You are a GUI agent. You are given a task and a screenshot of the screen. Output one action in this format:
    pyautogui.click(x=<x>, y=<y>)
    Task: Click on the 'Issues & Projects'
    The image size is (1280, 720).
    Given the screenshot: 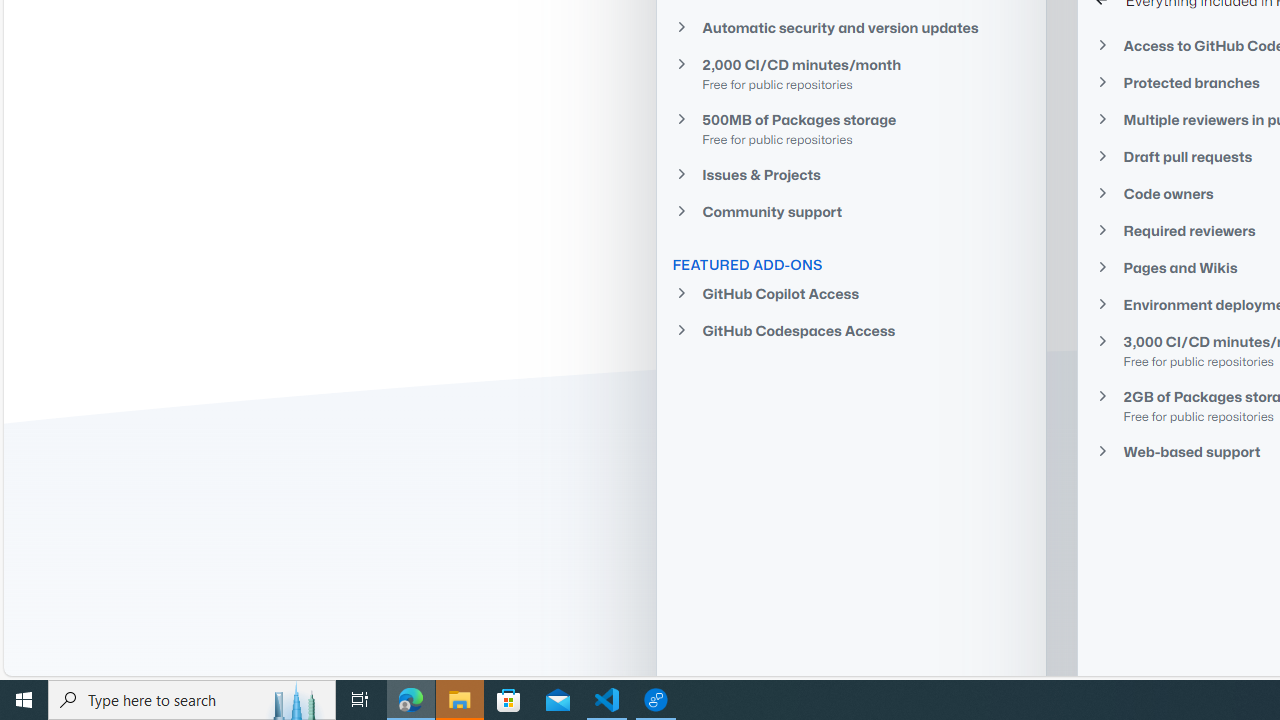 What is the action you would take?
    pyautogui.click(x=851, y=173)
    